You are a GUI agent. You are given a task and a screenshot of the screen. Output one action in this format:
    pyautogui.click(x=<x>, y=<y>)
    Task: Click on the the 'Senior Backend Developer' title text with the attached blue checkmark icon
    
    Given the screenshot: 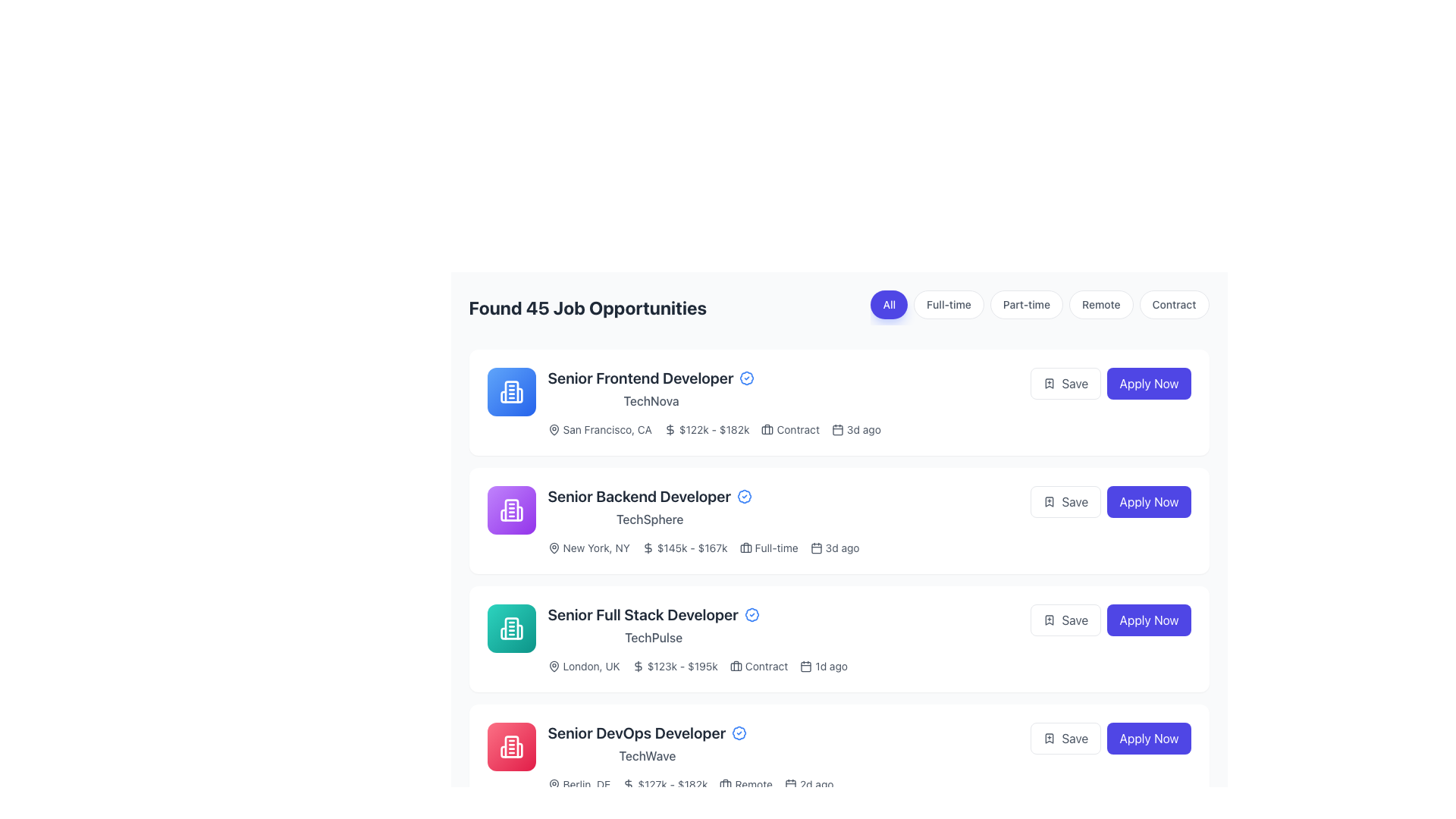 What is the action you would take?
    pyautogui.click(x=650, y=497)
    